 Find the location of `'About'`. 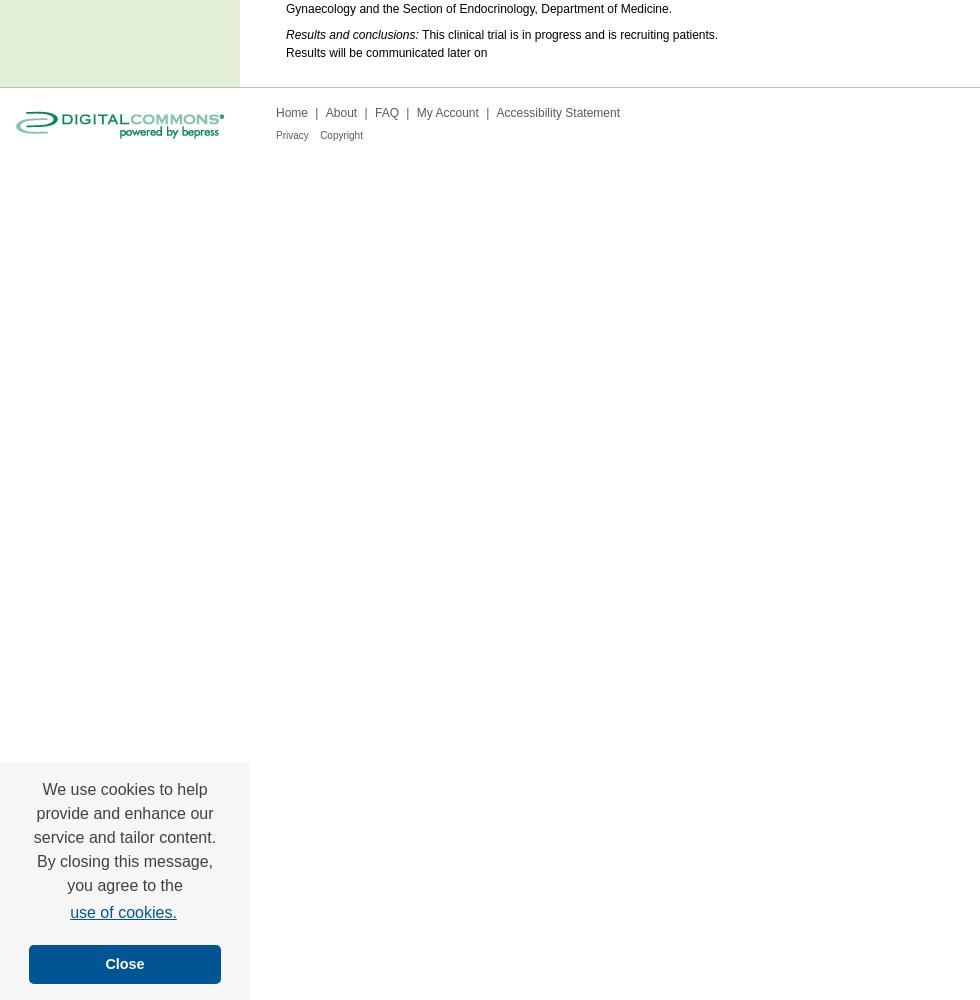

'About' is located at coordinates (341, 112).